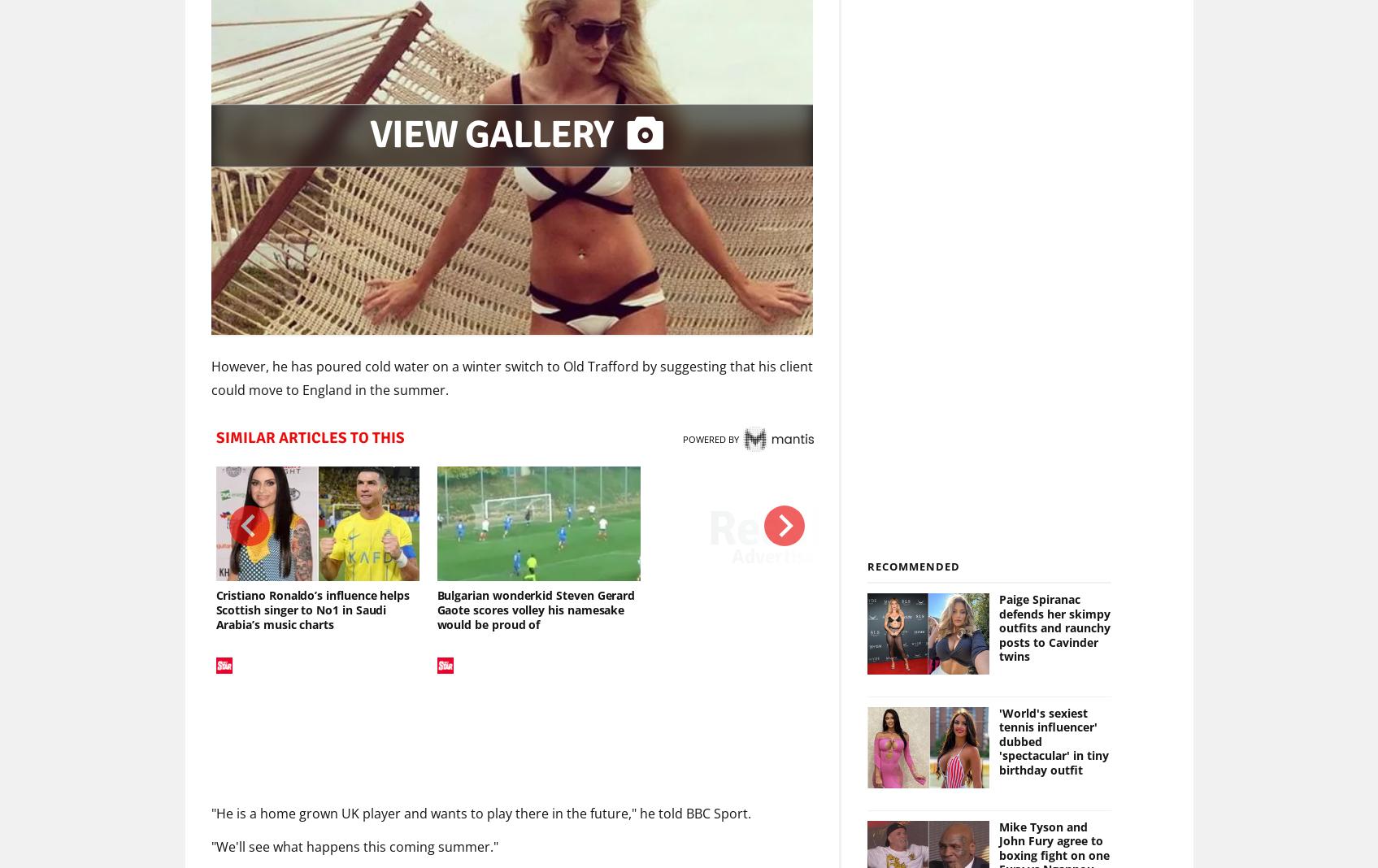 The height and width of the screenshot is (868, 1378). I want to click on '12', so click(959, 666).